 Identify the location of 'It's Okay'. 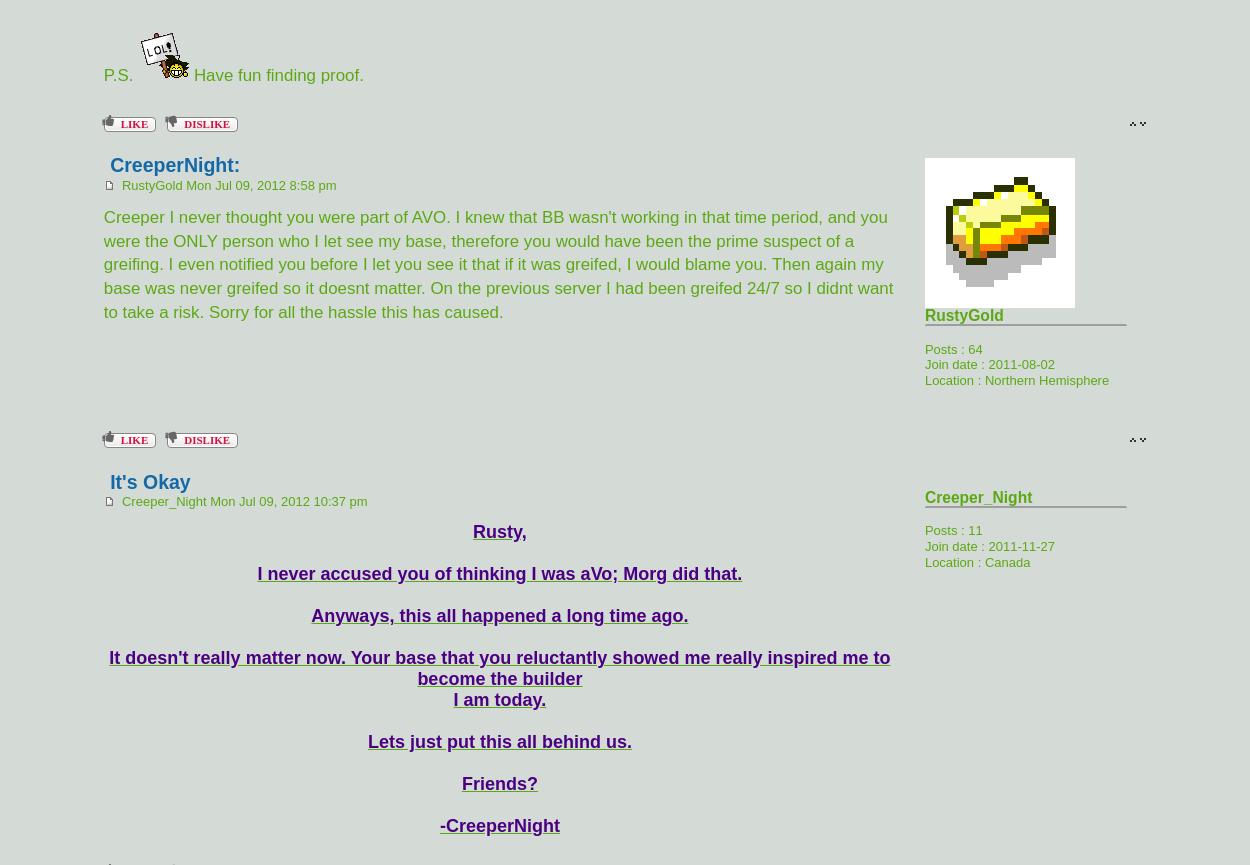
(150, 480).